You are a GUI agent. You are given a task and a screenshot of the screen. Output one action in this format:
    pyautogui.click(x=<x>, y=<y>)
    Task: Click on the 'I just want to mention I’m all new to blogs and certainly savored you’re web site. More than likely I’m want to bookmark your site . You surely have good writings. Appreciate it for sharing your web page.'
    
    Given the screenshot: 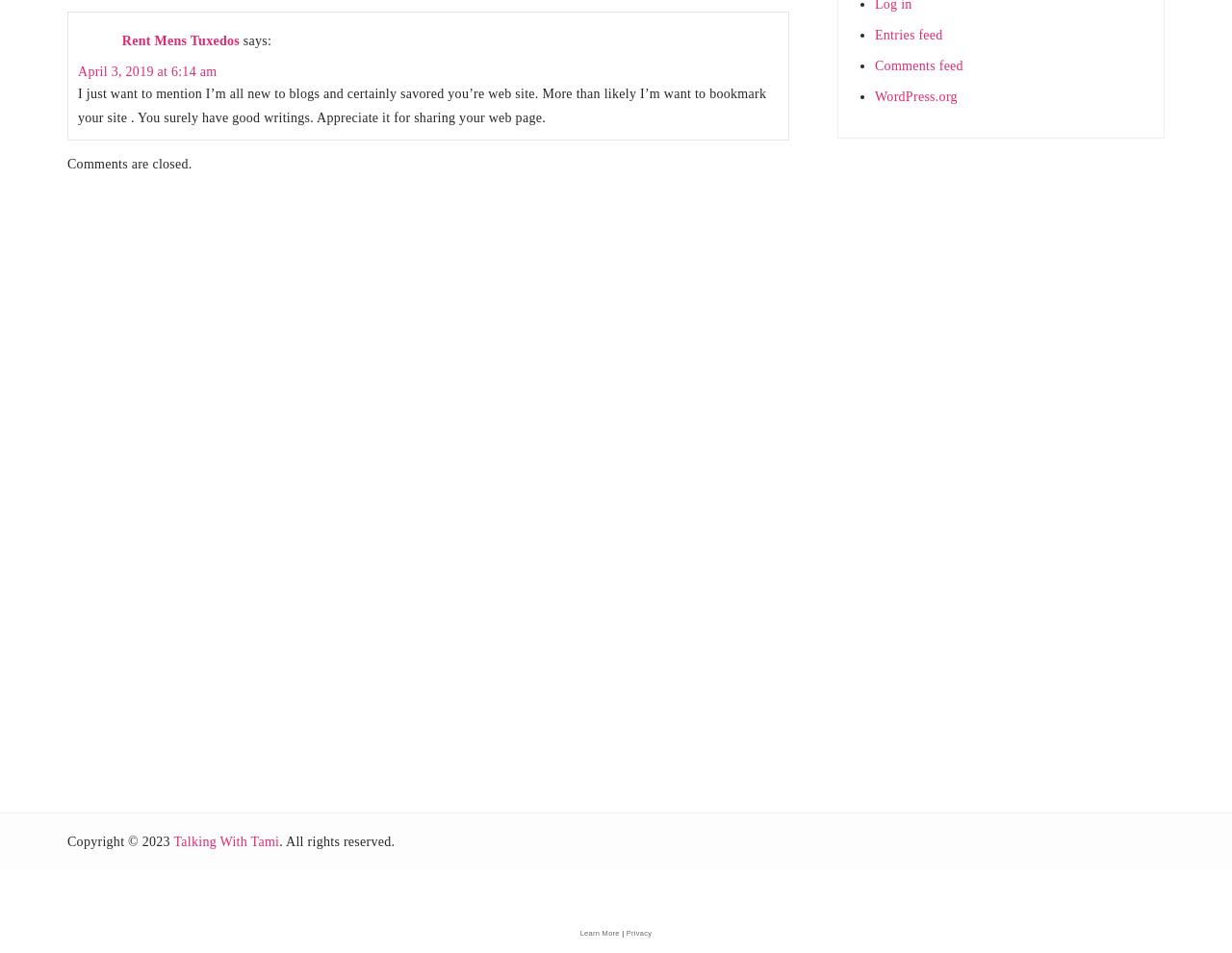 What is the action you would take?
    pyautogui.click(x=421, y=103)
    